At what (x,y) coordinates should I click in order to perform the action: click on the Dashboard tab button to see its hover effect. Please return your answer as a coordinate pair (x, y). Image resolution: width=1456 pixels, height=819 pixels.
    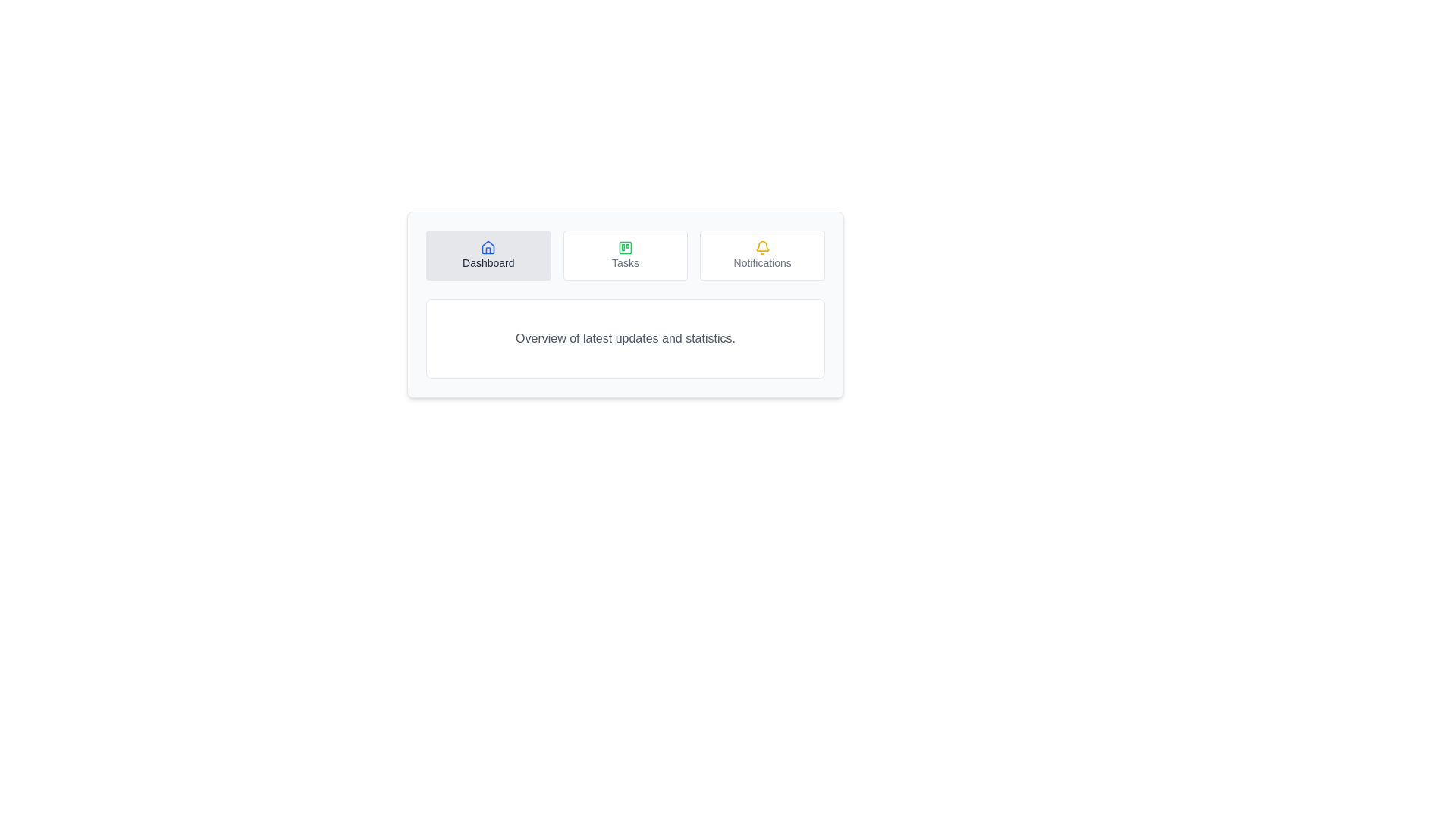
    Looking at the image, I should click on (488, 254).